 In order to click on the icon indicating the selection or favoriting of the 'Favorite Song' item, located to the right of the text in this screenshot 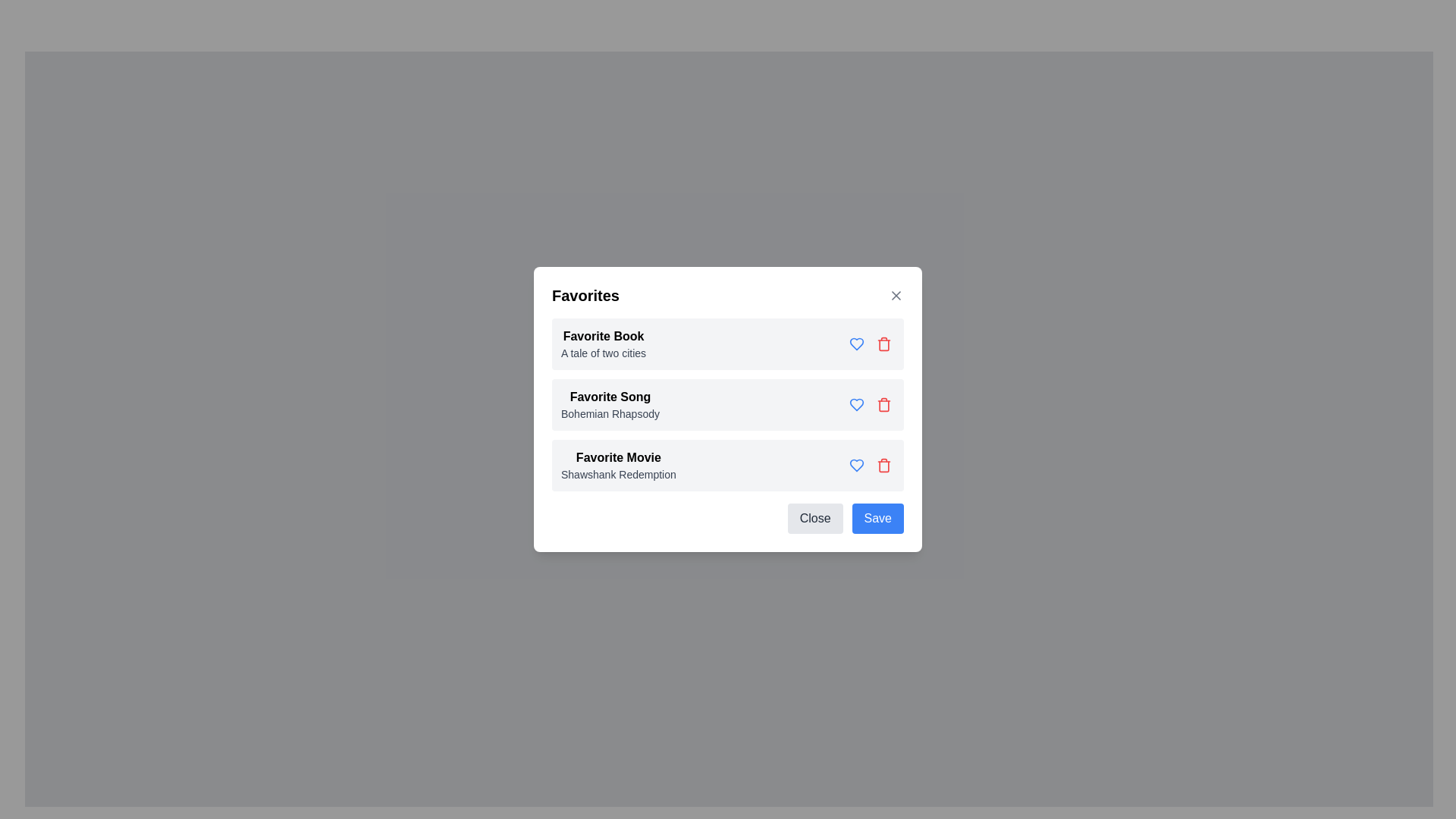, I will do `click(856, 403)`.